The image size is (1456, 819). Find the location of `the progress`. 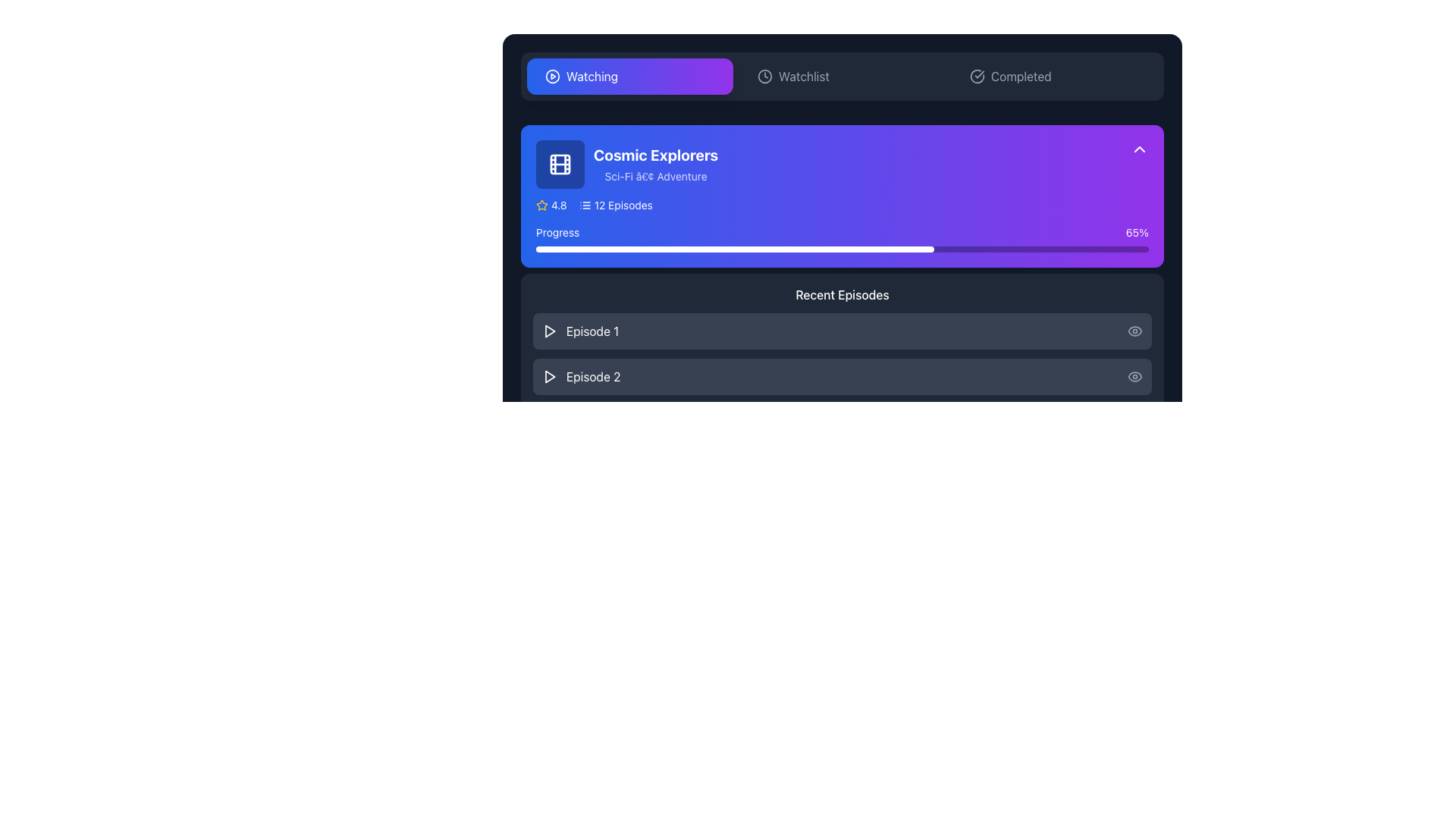

the progress is located at coordinates (775, 595).